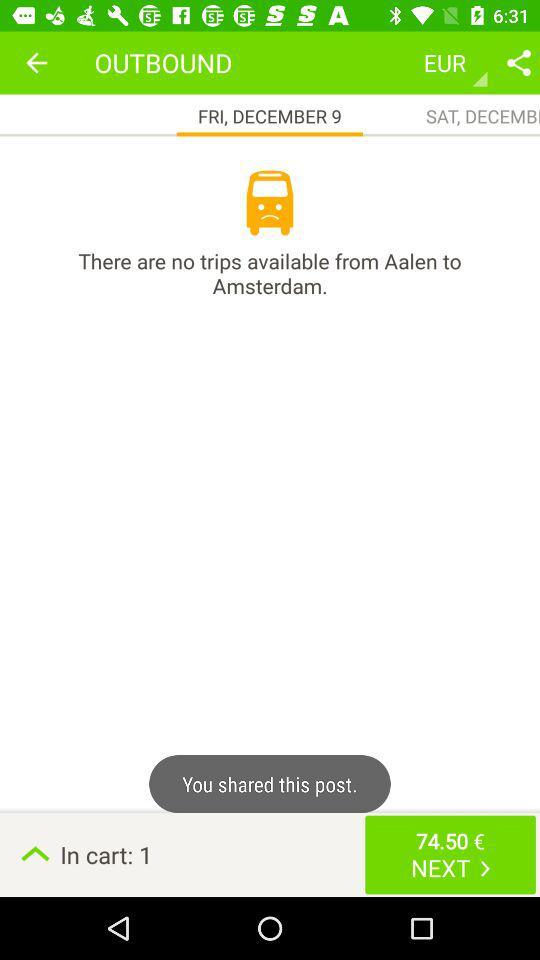 The height and width of the screenshot is (960, 540). Describe the element at coordinates (518, 62) in the screenshot. I see `share your post` at that location.